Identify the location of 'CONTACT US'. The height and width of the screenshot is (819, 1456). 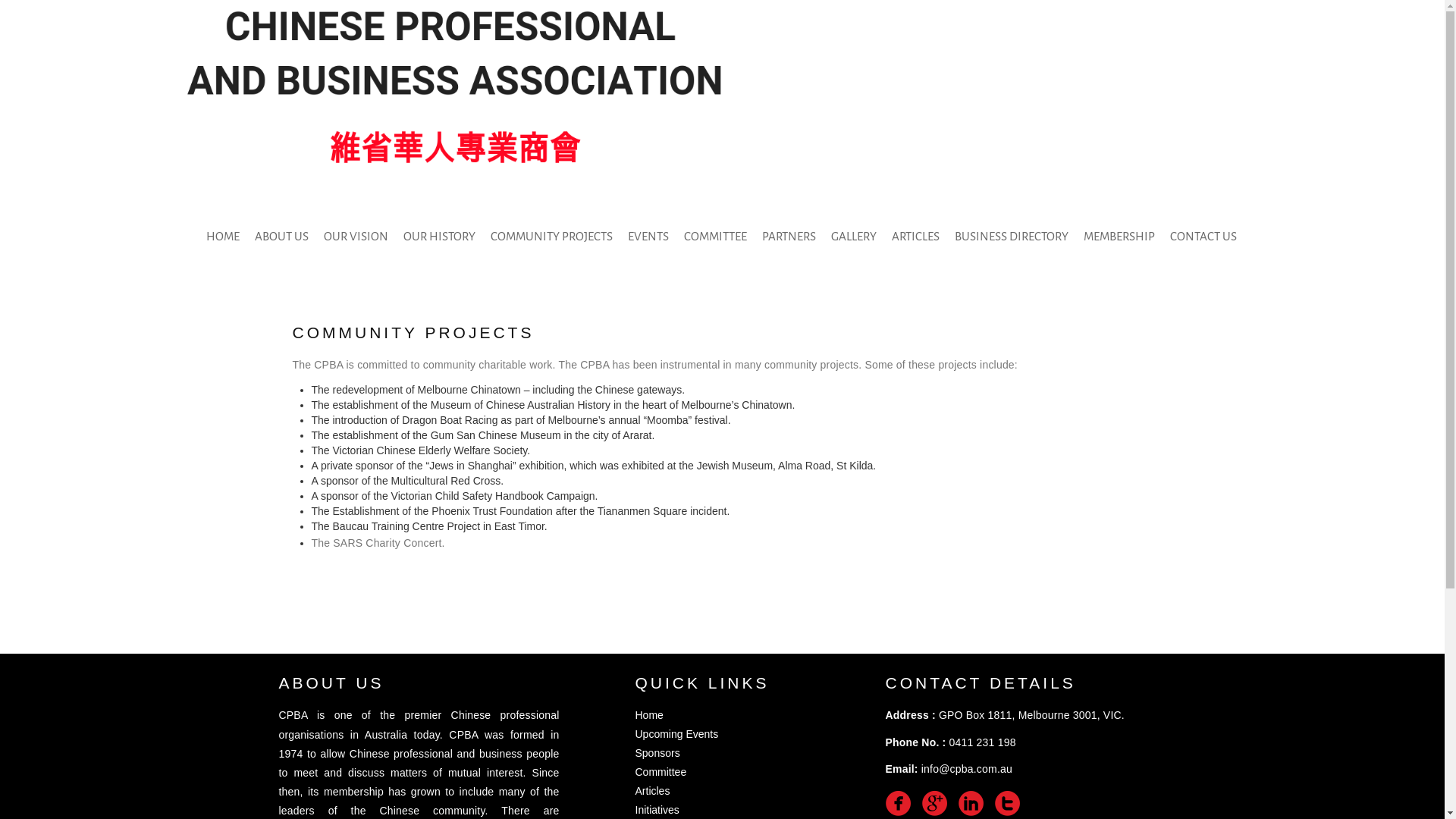
(1203, 237).